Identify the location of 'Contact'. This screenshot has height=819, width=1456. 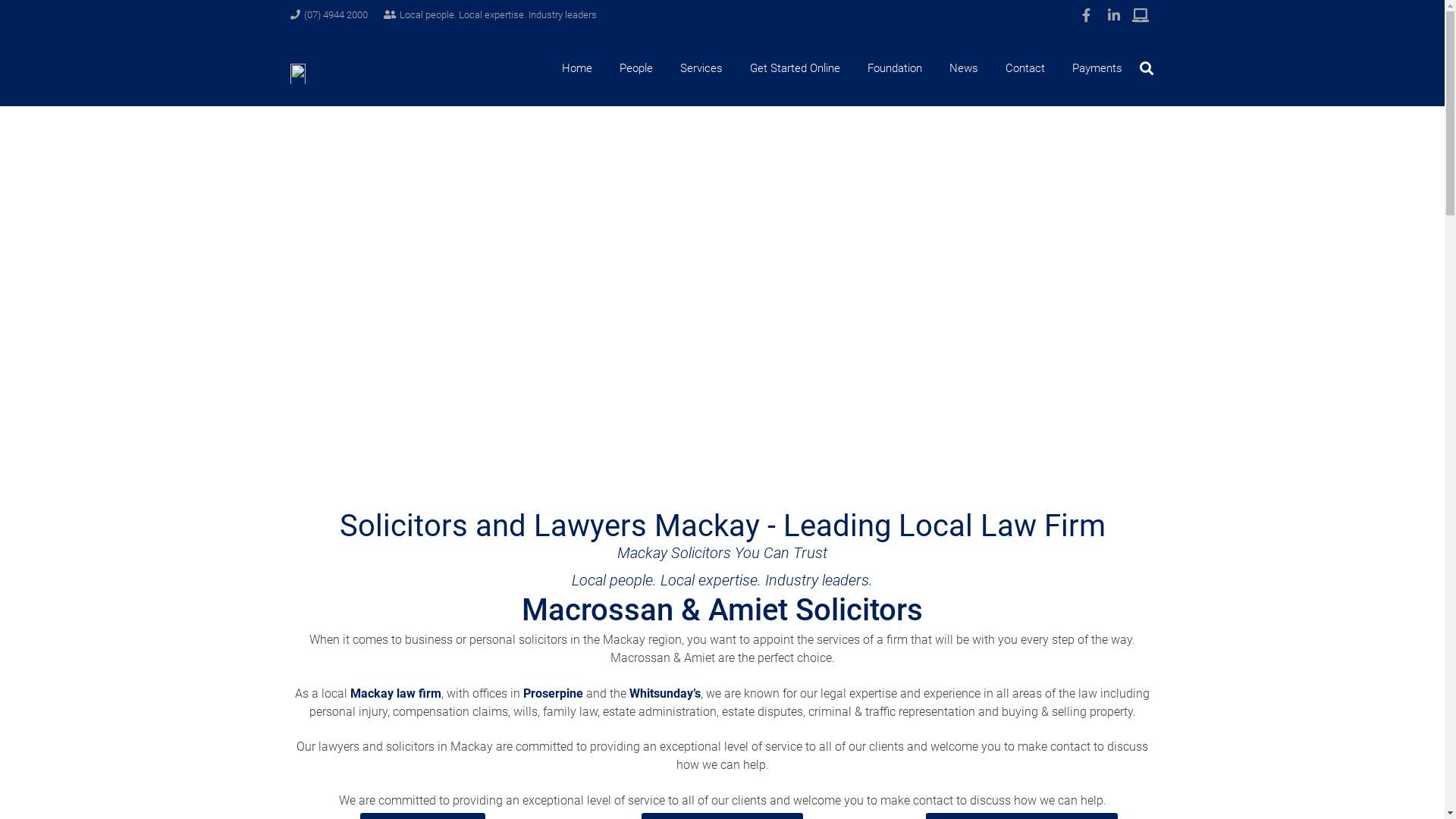
(1025, 67).